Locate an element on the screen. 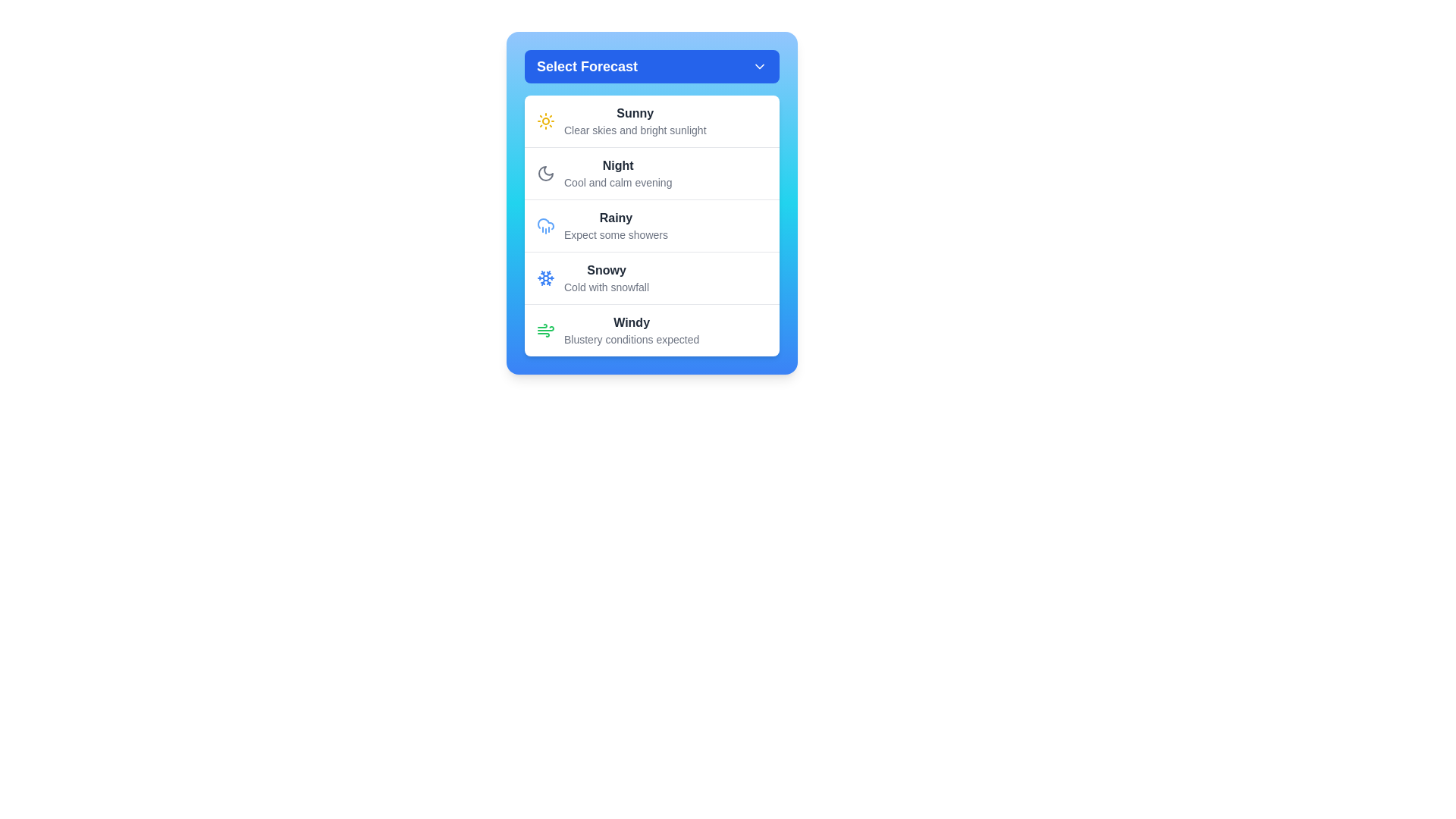  the 'Night' weather condition list item is located at coordinates (651, 172).